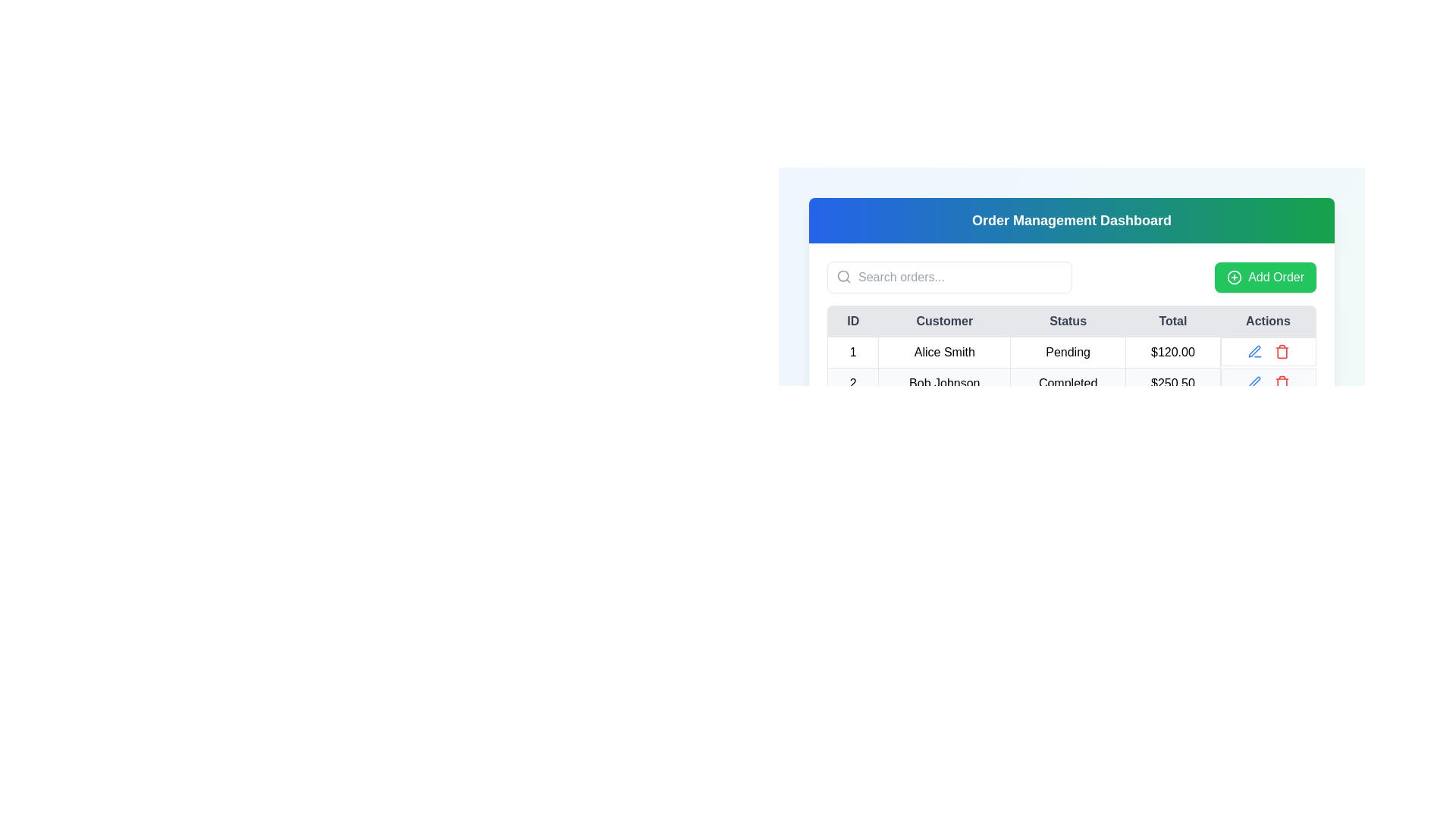 Image resolution: width=1456 pixels, height=819 pixels. I want to click on monetary value displayed in the text element that shows '$120.00' under the 'Total' header in the row for 'Alice Smith' with status 'Pending', so click(1172, 353).